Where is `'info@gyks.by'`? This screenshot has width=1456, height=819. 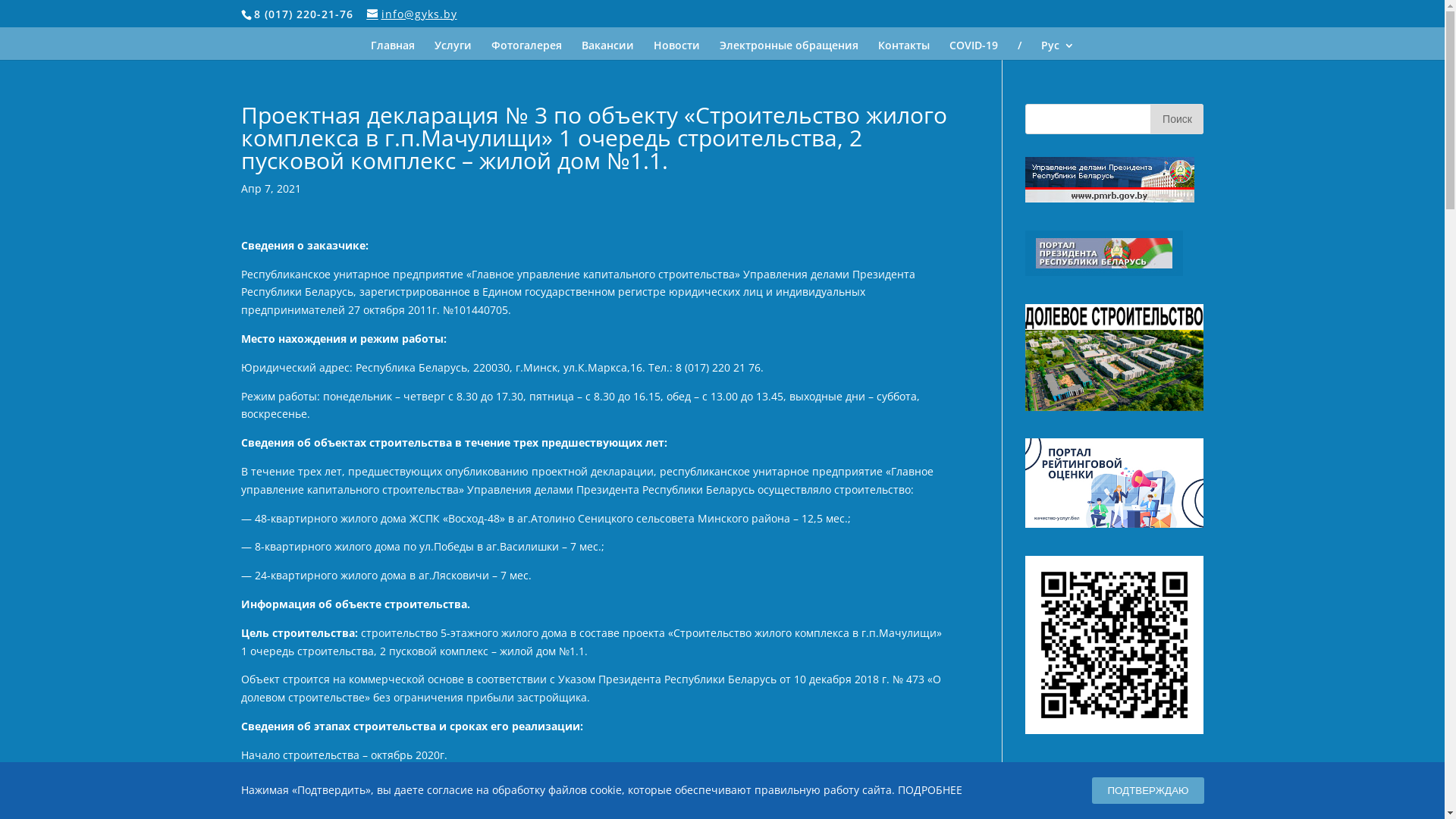
'info@gyks.by' is located at coordinates (367, 13).